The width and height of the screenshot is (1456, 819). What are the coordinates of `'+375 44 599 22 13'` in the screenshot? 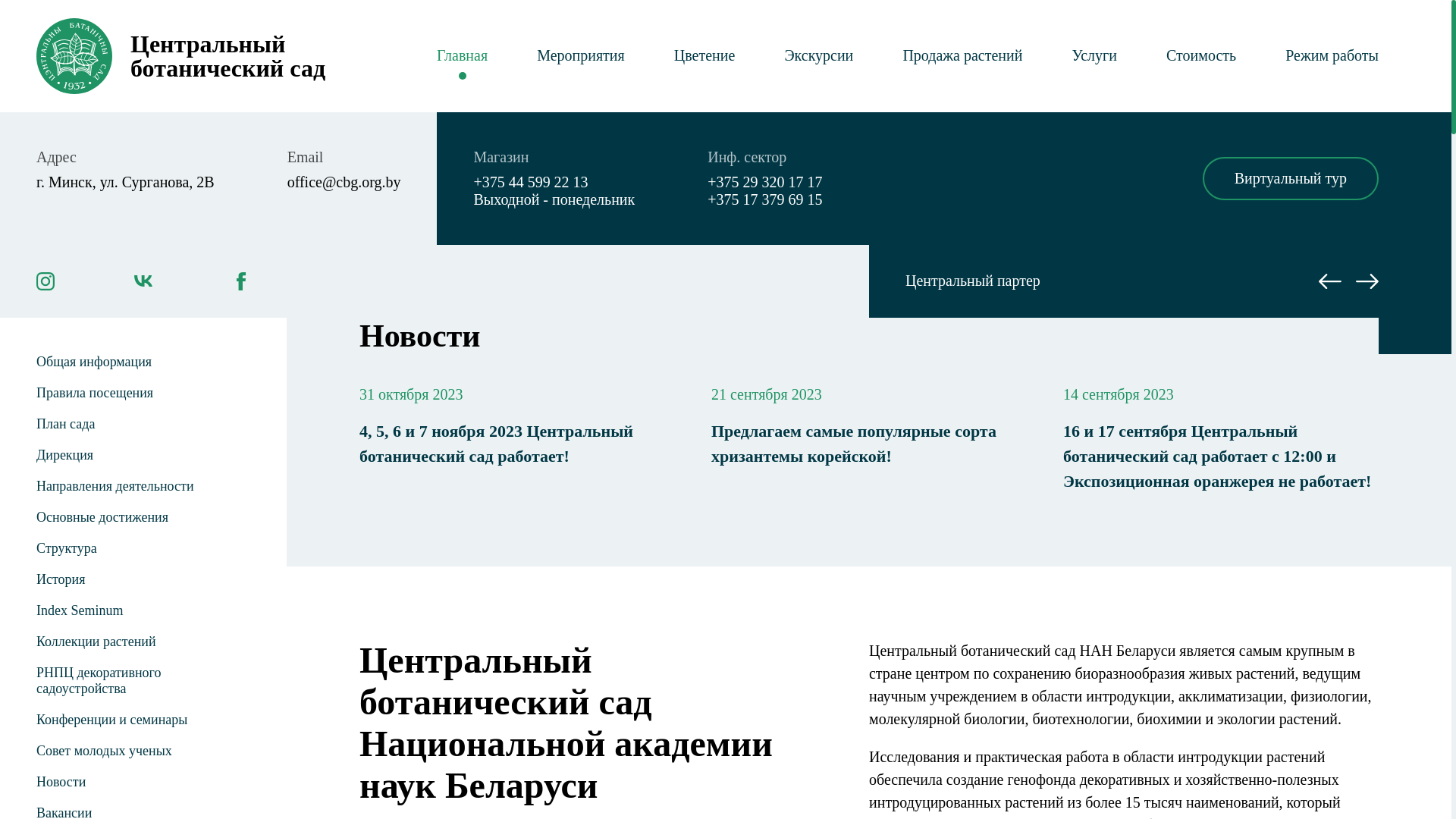 It's located at (553, 181).